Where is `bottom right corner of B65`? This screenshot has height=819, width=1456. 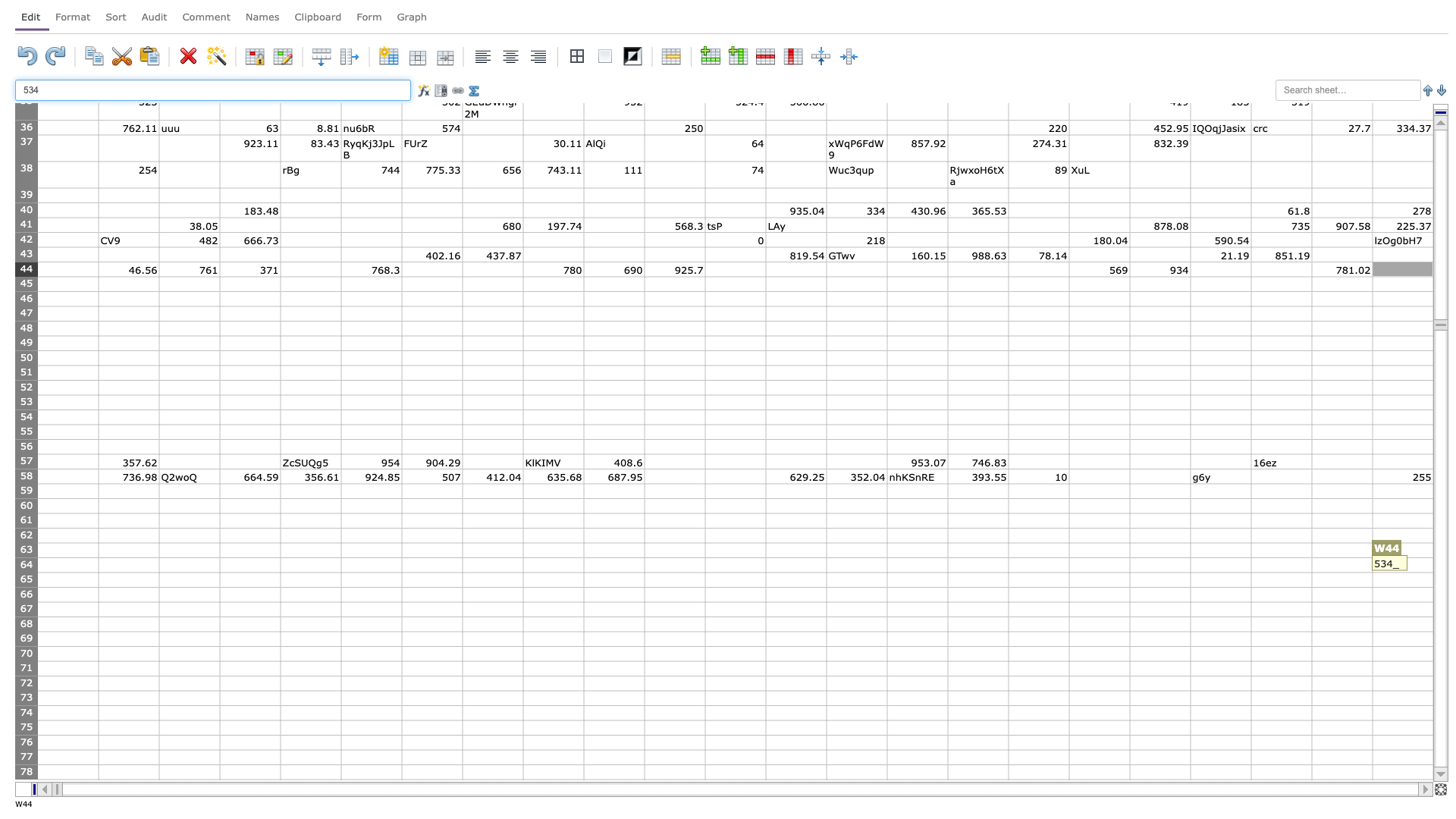
bottom right corner of B65 is located at coordinates (159, 586).